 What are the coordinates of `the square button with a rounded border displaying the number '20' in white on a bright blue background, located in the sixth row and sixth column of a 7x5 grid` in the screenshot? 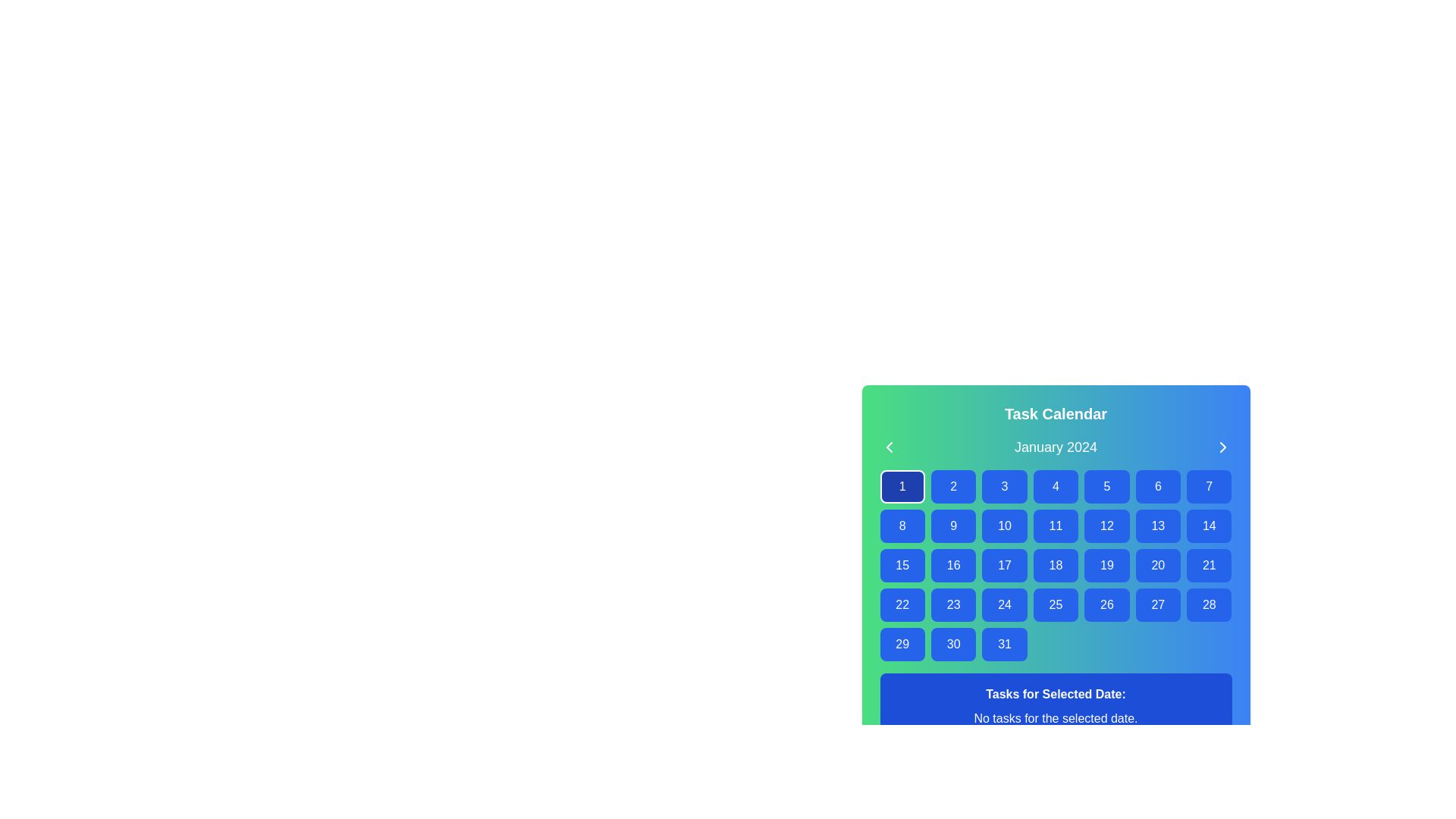 It's located at (1157, 565).